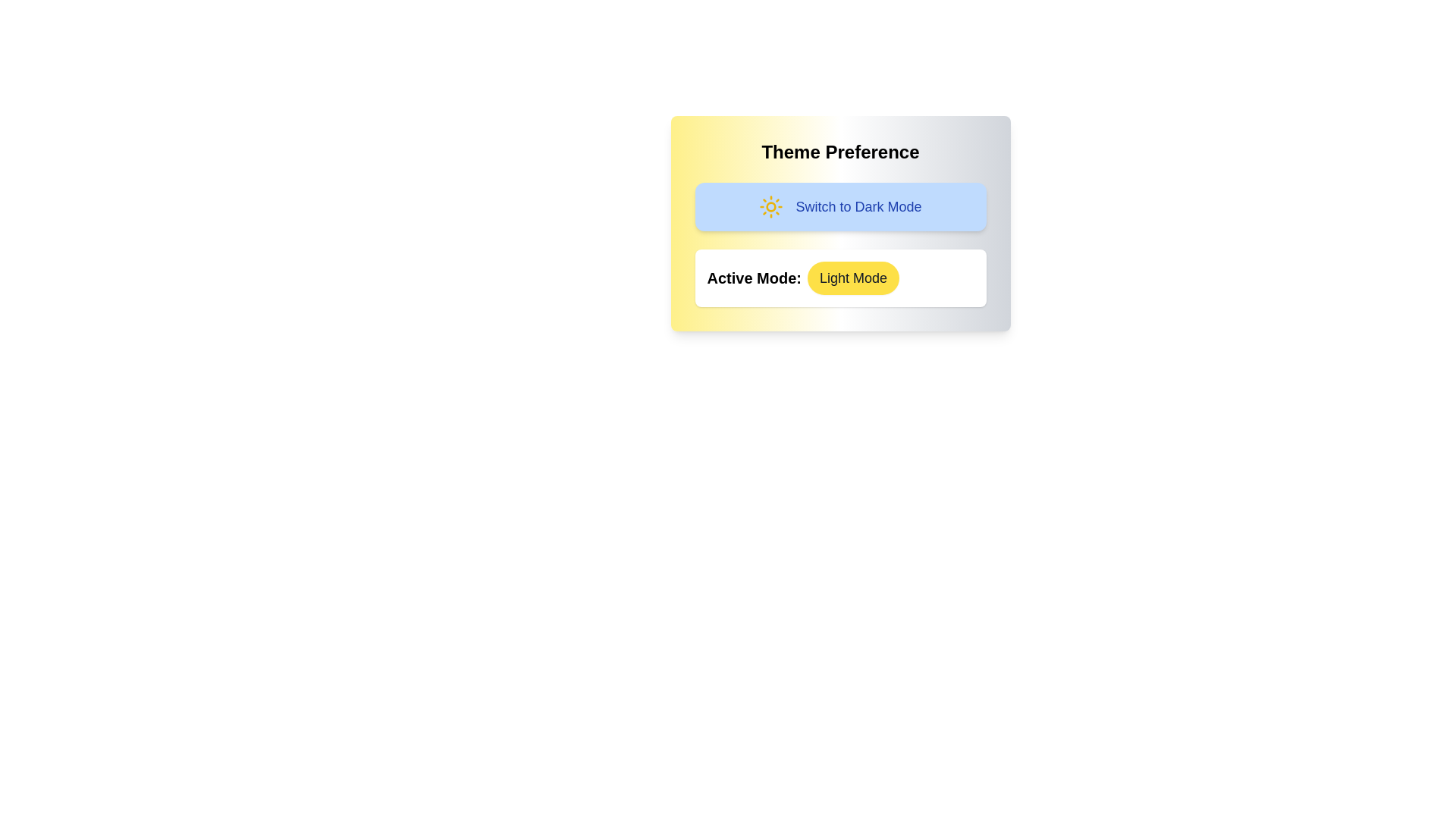  Describe the element at coordinates (839, 275) in the screenshot. I see `text from the Modal panel titled 'Theme Preference', which includes the button labeled 'Switch to Dark Mode' and the section labeled 'Active Mode:' with 'Light Mode'` at that location.